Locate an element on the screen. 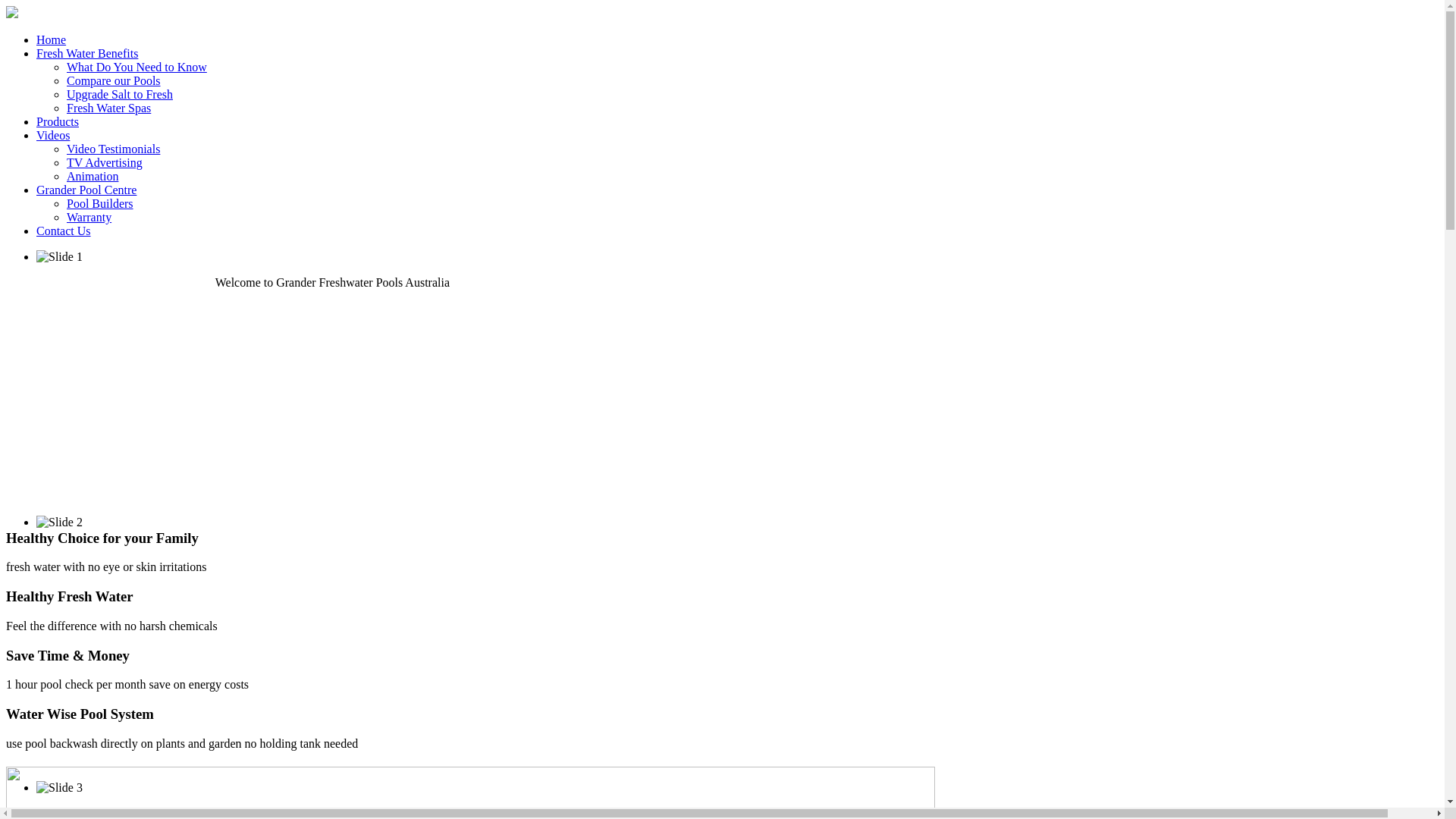 This screenshot has height=819, width=1456. 'Grander Pool Centre' is located at coordinates (86, 189).